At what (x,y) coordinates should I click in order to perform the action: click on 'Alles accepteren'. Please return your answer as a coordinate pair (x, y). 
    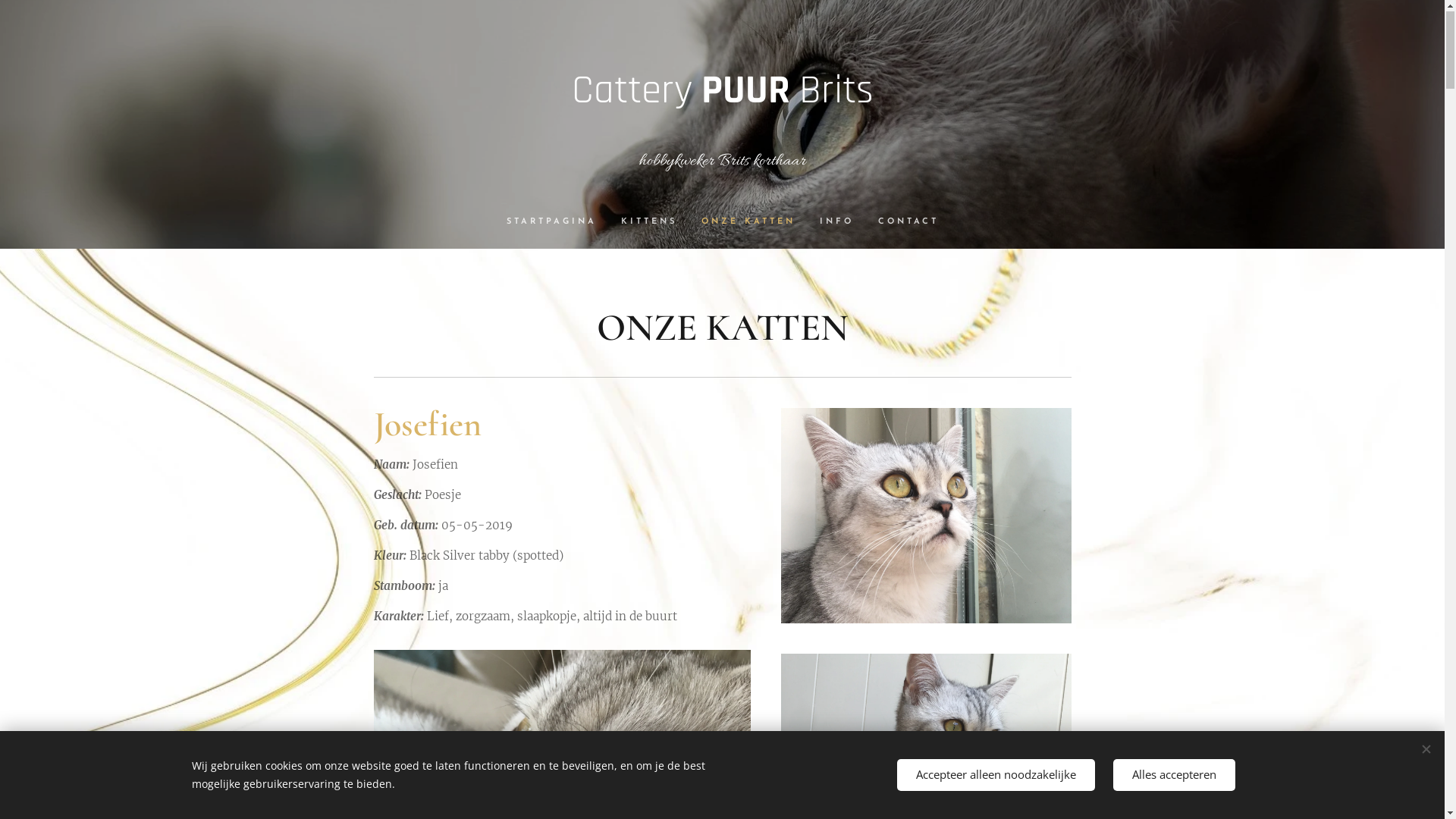
    Looking at the image, I should click on (1173, 775).